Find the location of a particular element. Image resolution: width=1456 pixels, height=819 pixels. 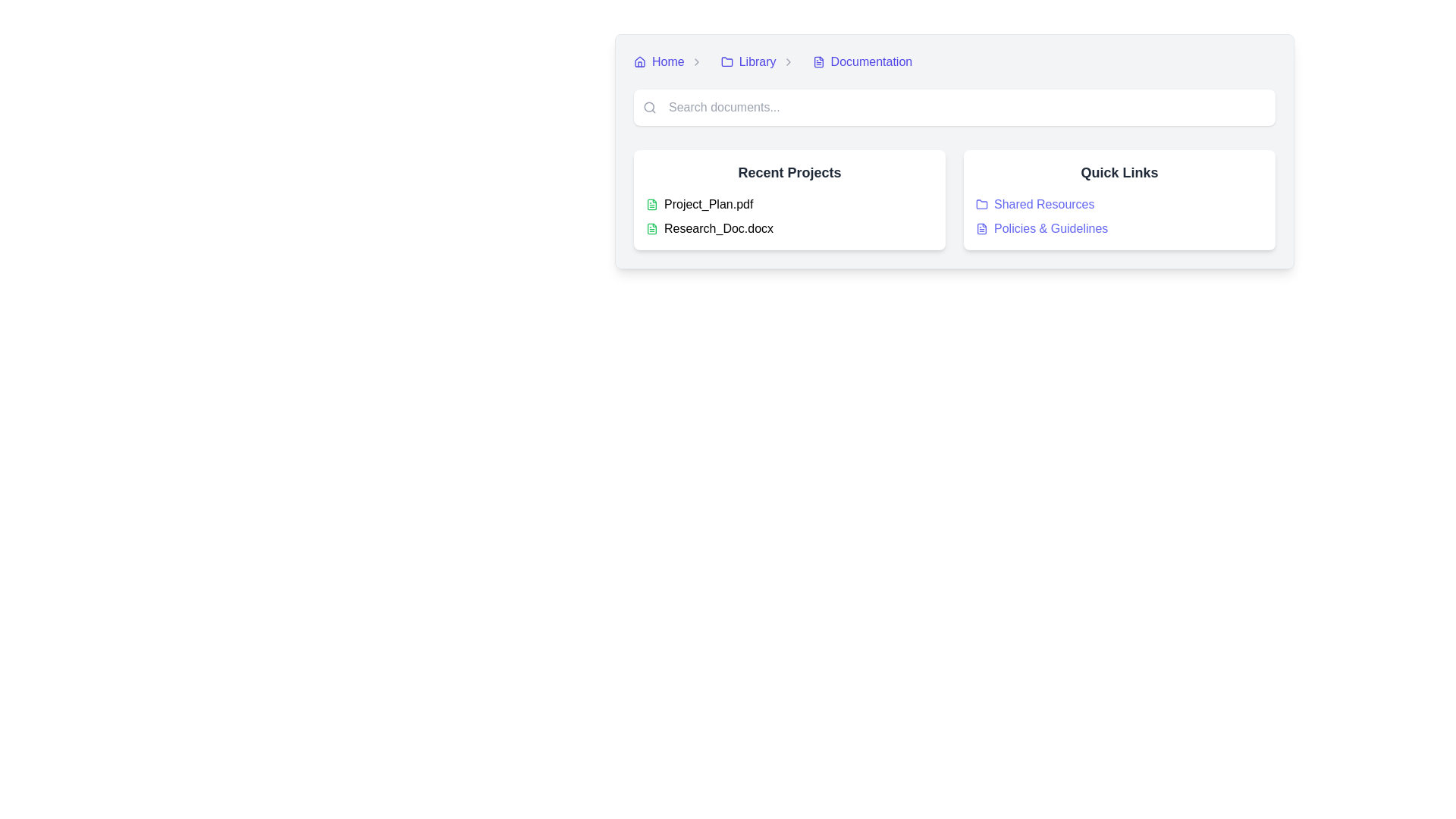

the 'Documentation' text link located in the breadcrumb navigation bar, positioned after 'Home' and 'Library' links is located at coordinates (871, 61).